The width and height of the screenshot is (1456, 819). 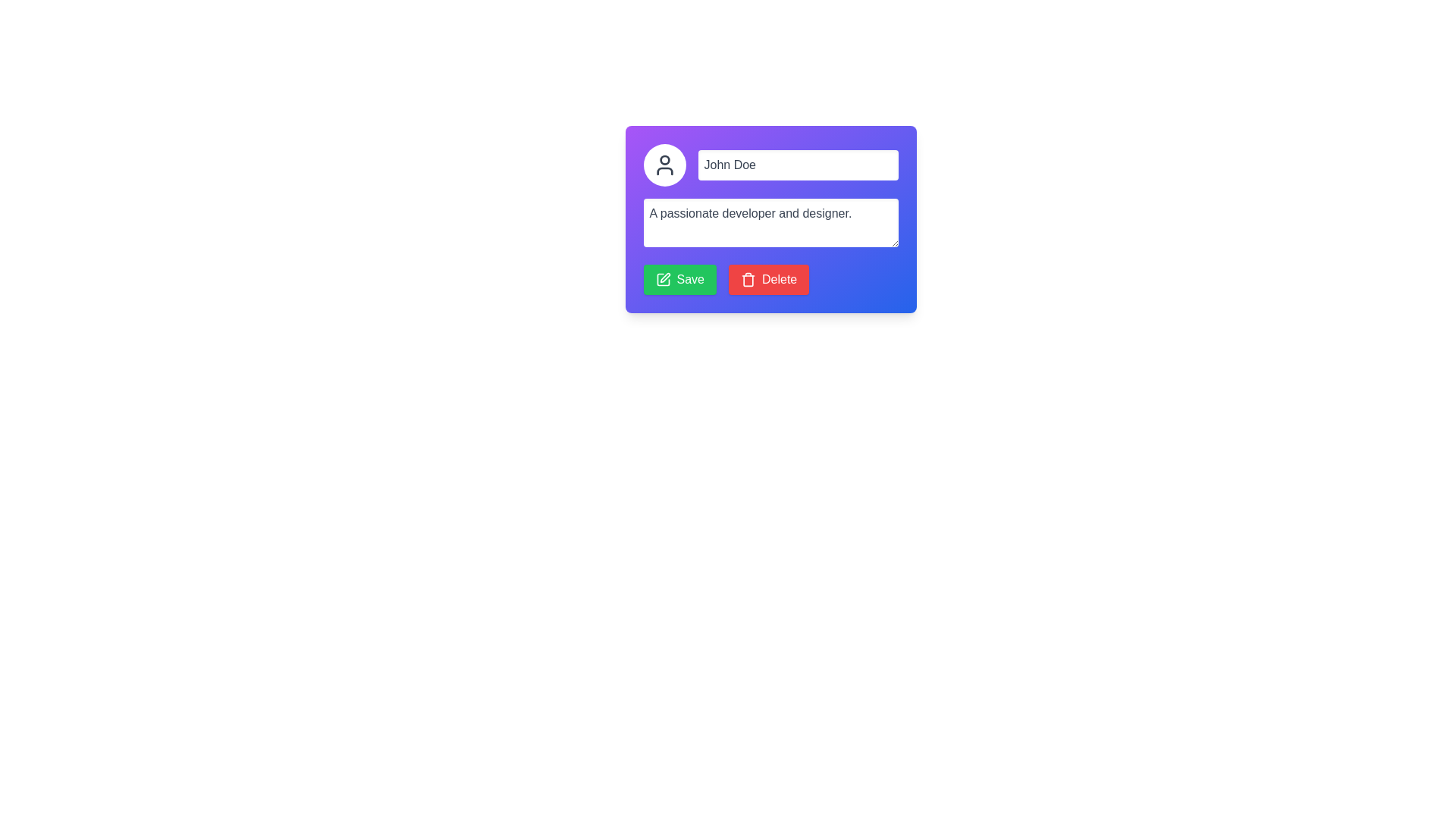 What do you see at coordinates (770, 222) in the screenshot?
I see `the text input field displaying the content 'A passionate developer and designer.'` at bounding box center [770, 222].